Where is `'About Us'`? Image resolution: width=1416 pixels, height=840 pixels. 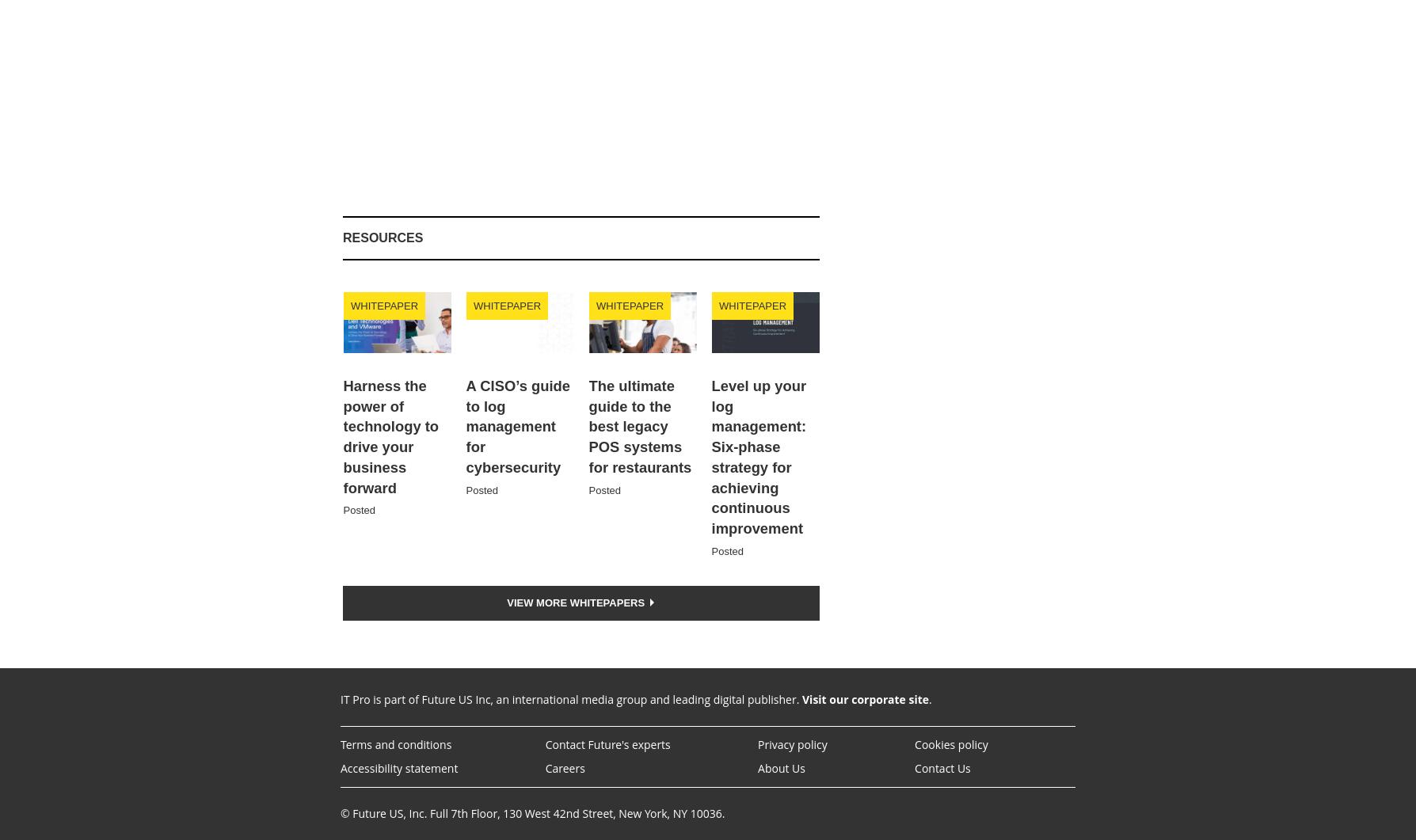 'About Us' is located at coordinates (781, 766).